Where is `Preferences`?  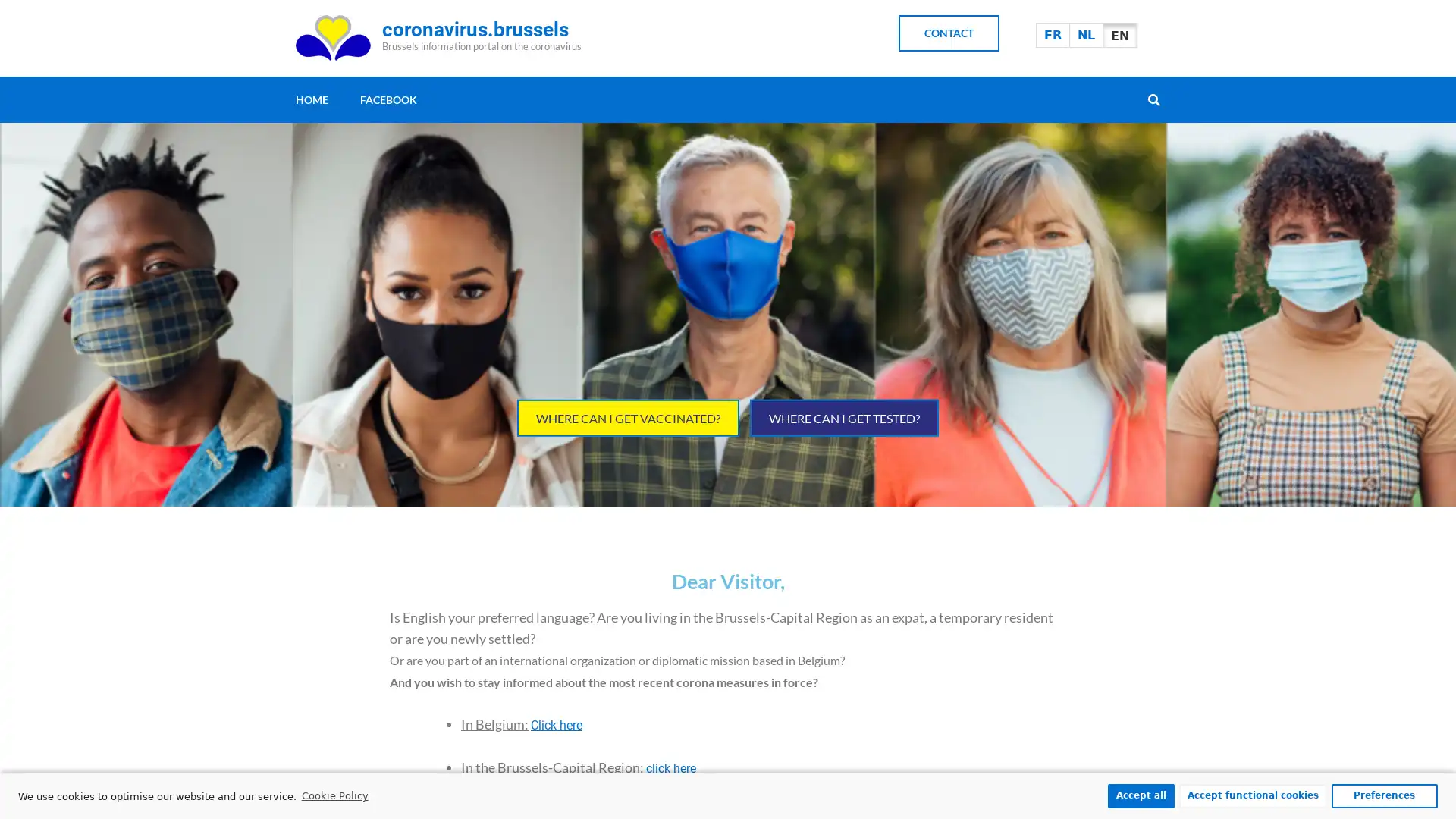
Preferences is located at coordinates (1383, 795).